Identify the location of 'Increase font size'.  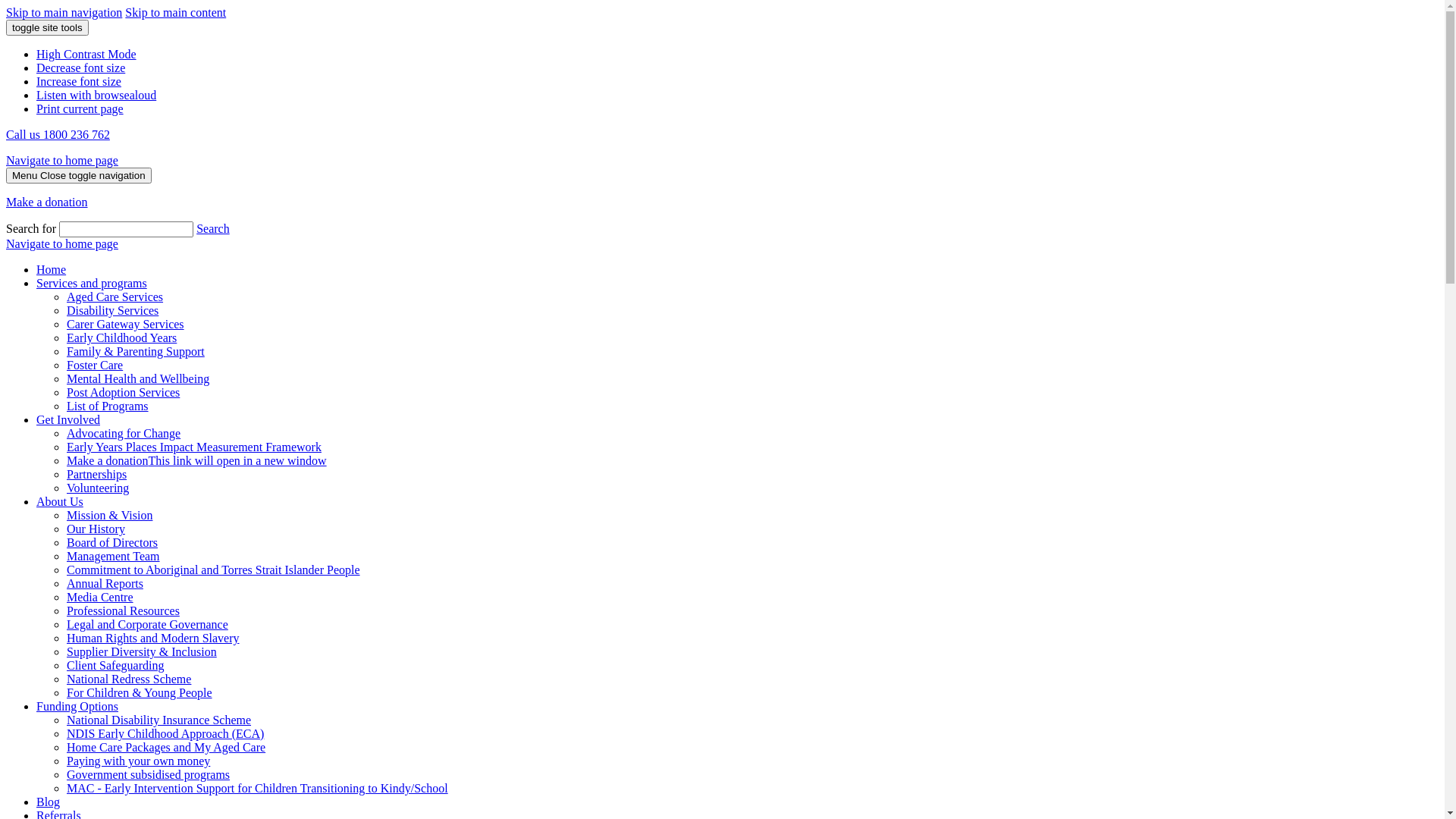
(78, 81).